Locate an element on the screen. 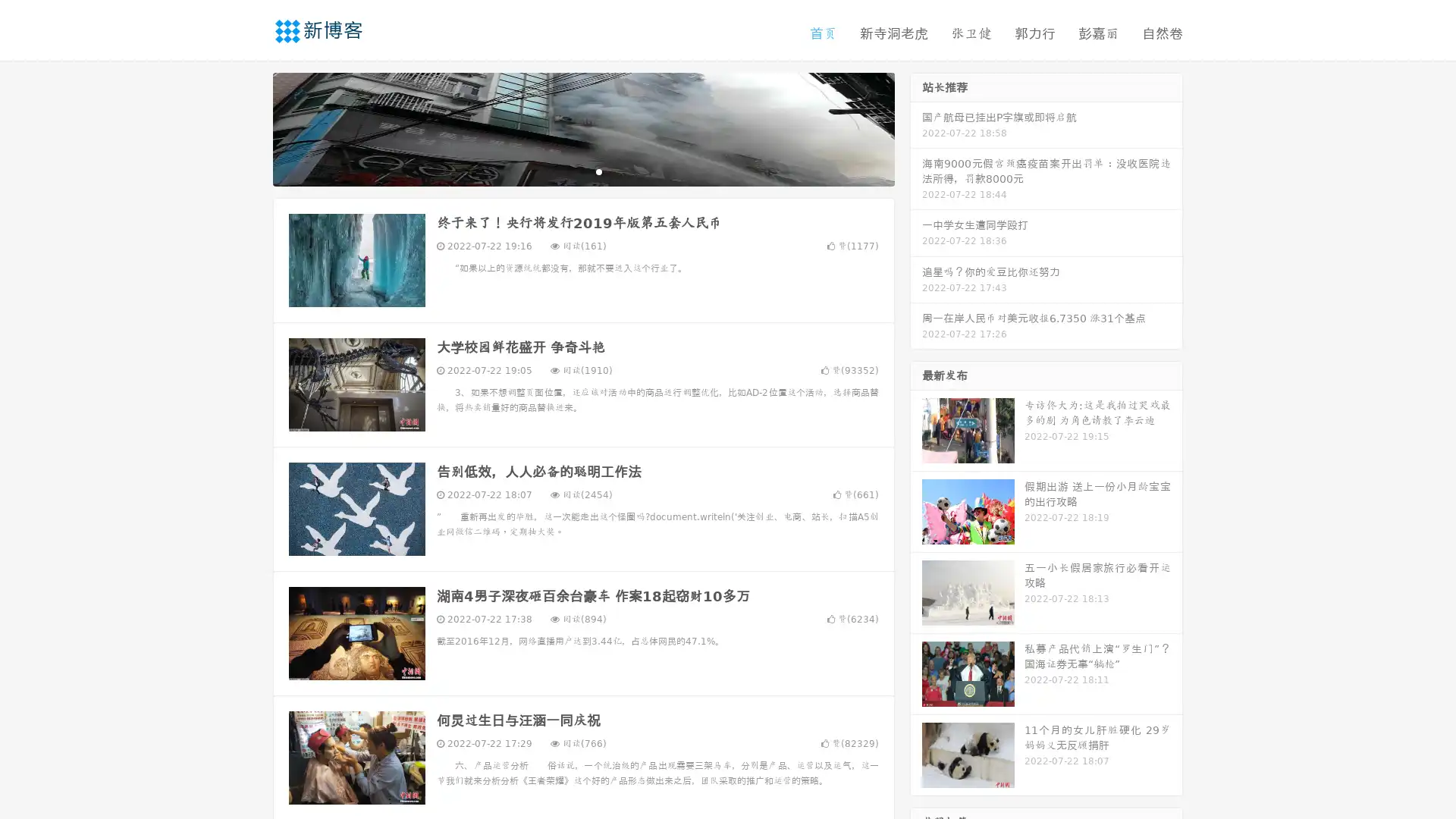 The height and width of the screenshot is (819, 1456). Go to slide 1 is located at coordinates (567, 171).